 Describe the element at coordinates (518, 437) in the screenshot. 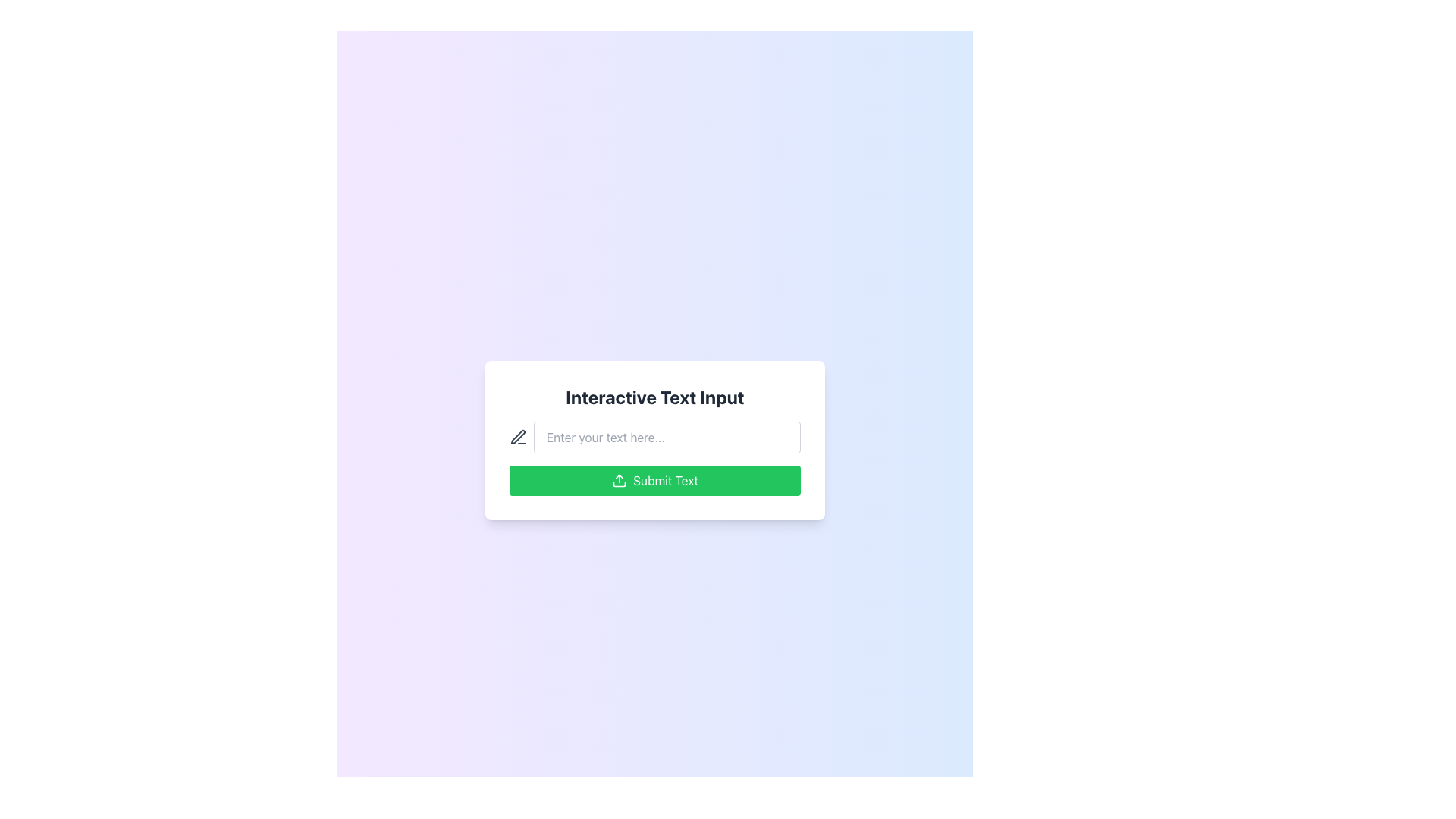

I see `the pen icon located to the left of the text input field labeled 'Enter your text here...'` at that location.